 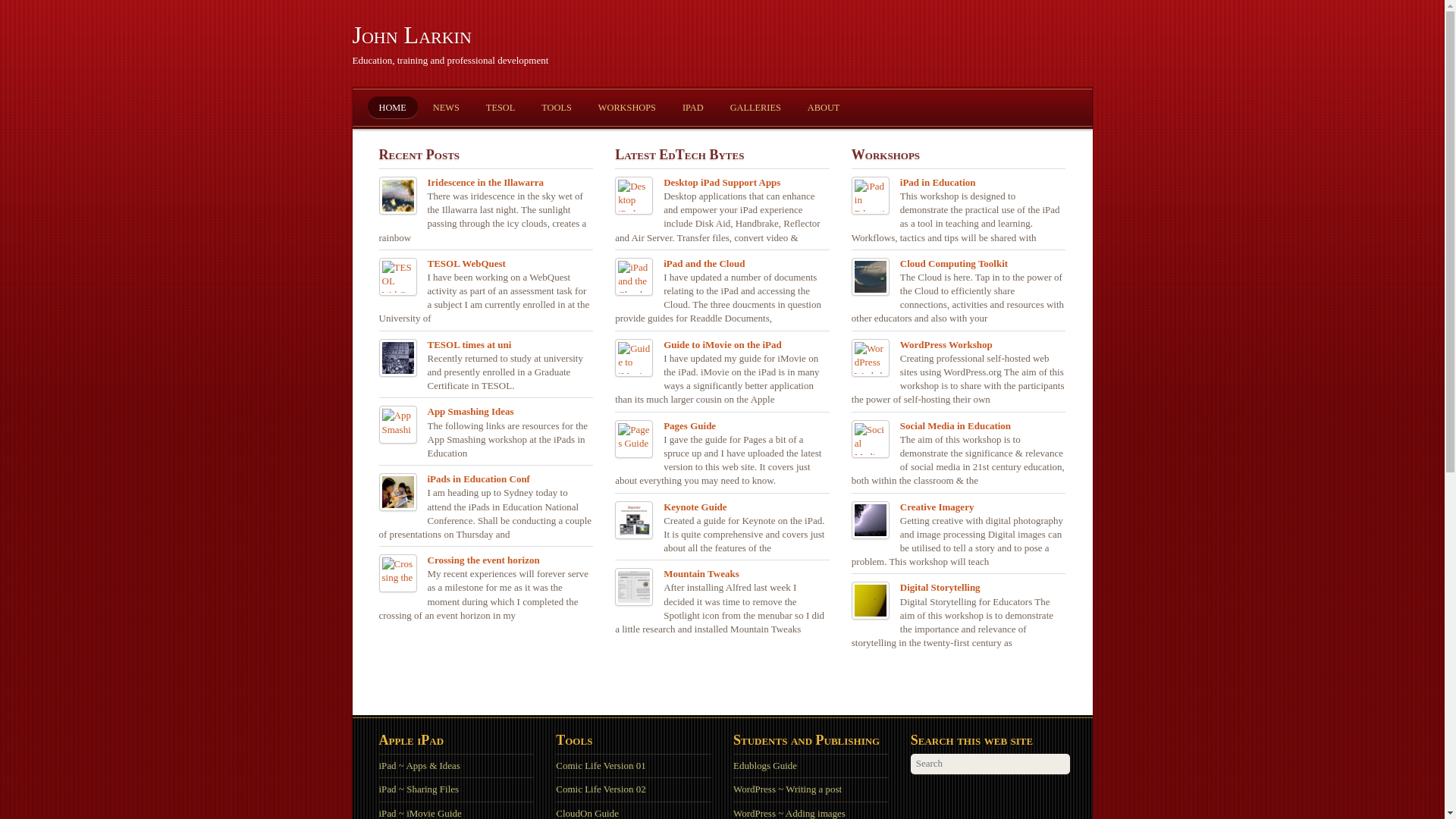 What do you see at coordinates (419, 765) in the screenshot?
I see `'iPad ~ Apps & Ideas'` at bounding box center [419, 765].